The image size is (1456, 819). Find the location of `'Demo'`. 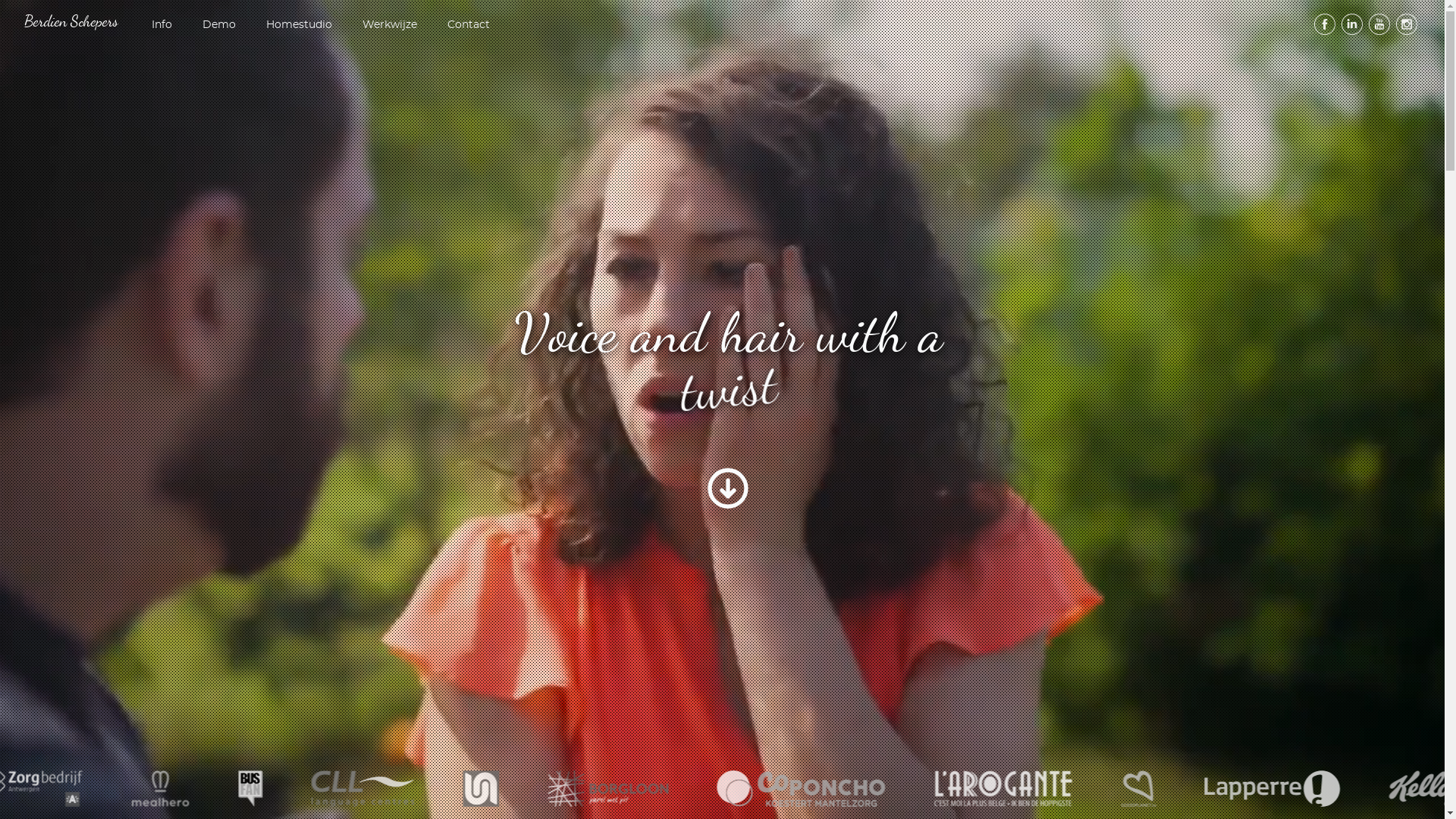

'Demo' is located at coordinates (218, 24).